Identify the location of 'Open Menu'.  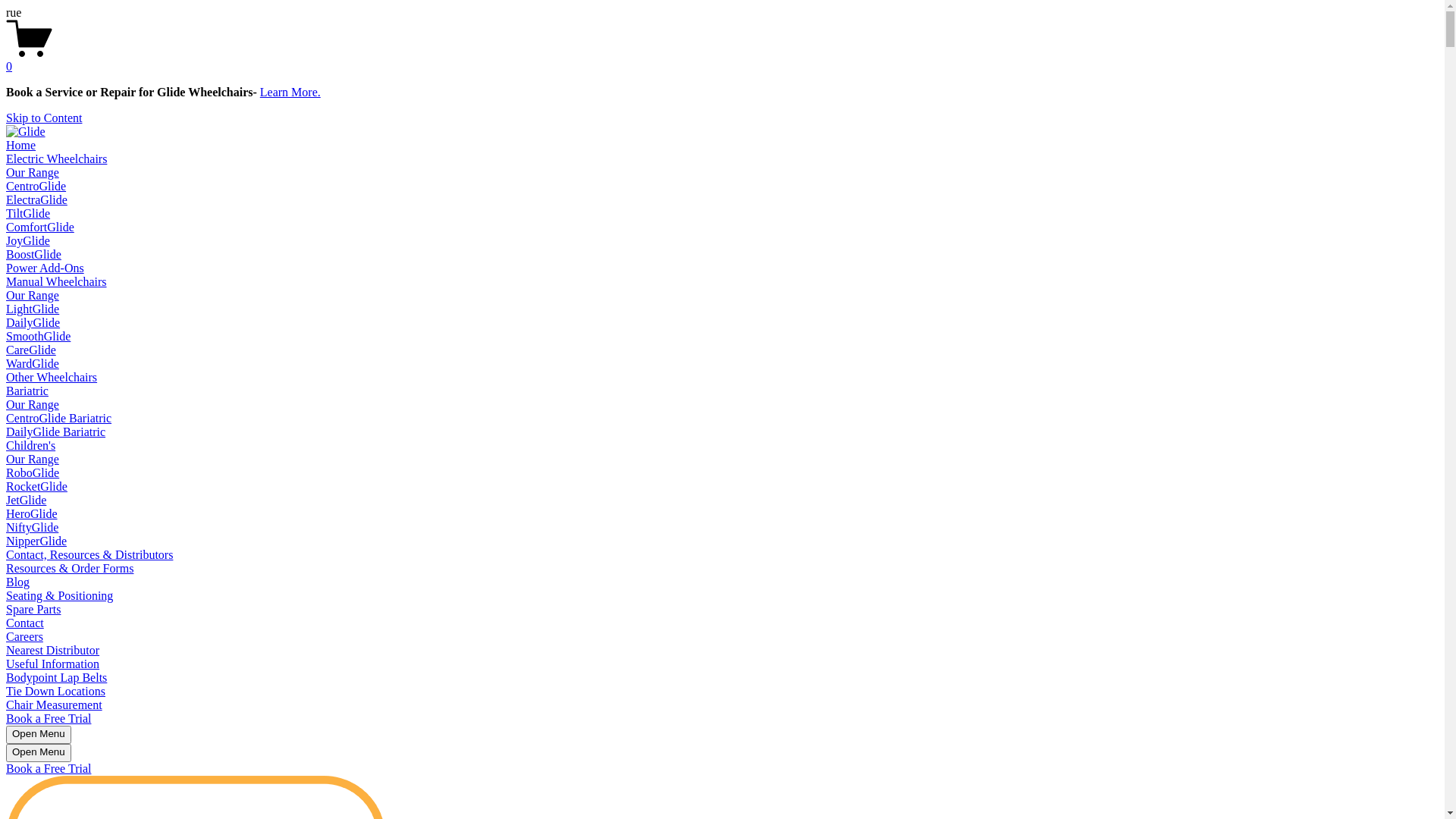
(6, 733).